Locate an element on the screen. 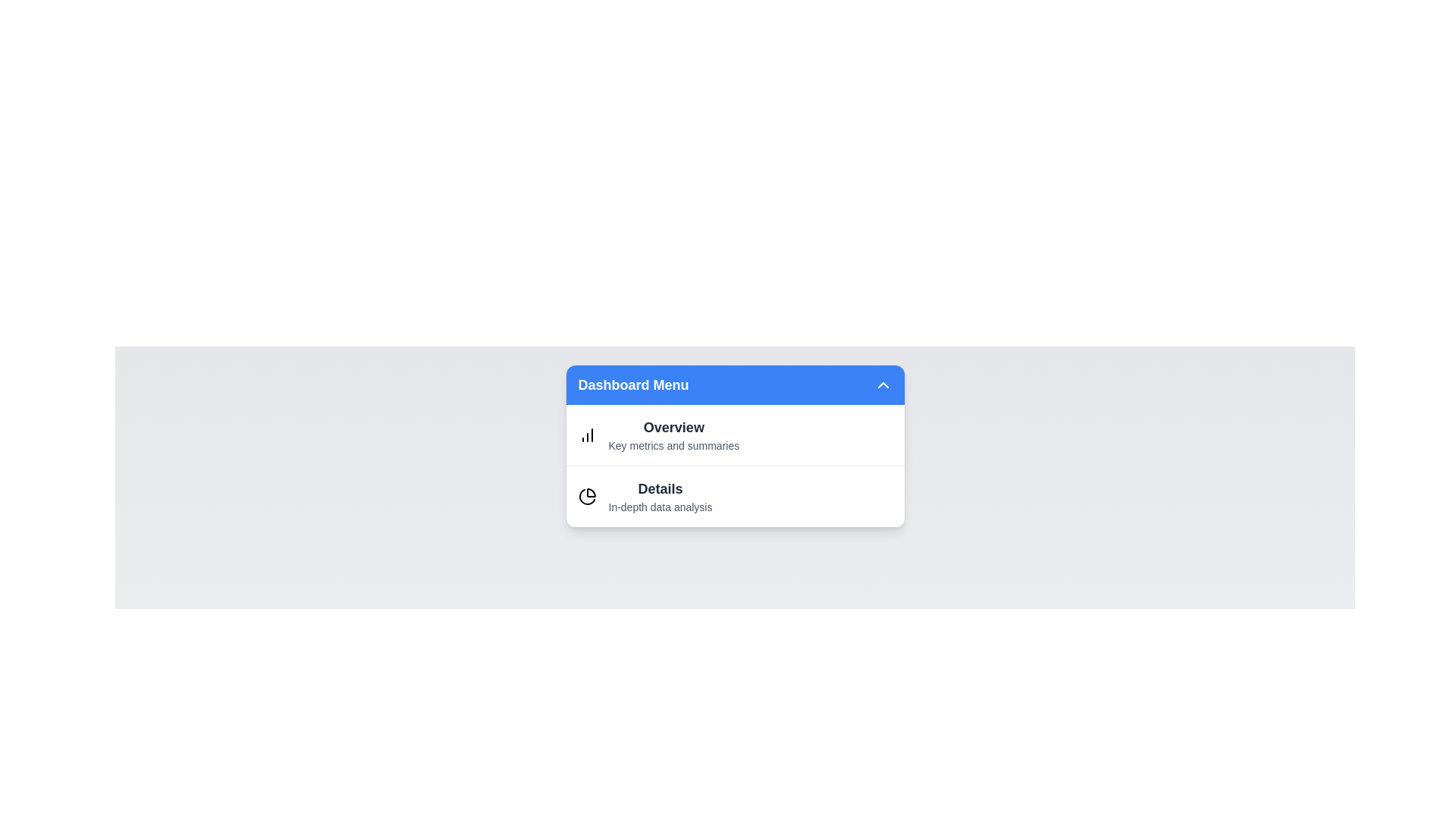  the 'Details' section to focus on its details is located at coordinates (660, 497).